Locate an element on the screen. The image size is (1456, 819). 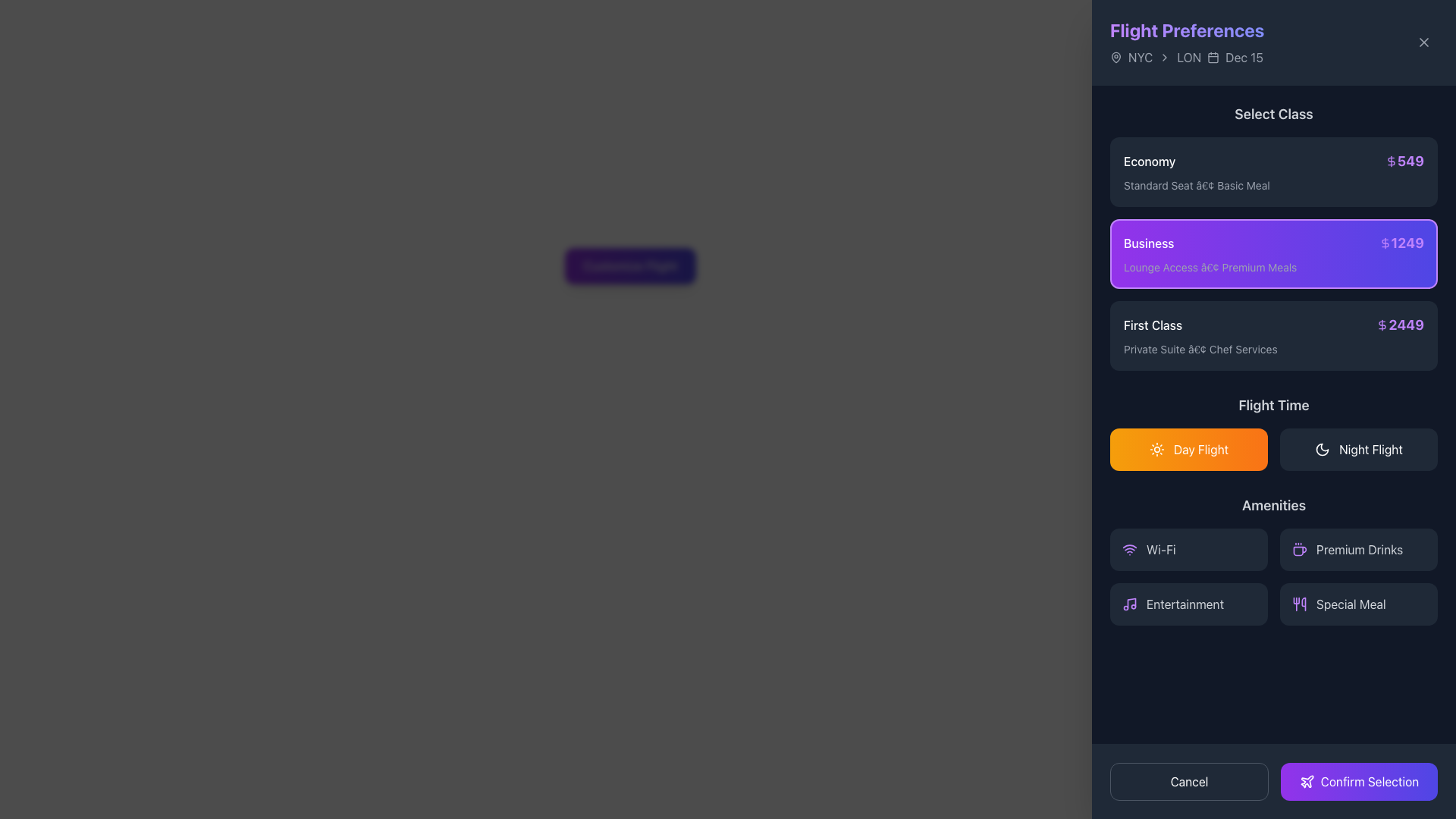
the static text label displaying the date 'Dec 15', which is positioned towards the right within the header section of the interface, adjacent to a calendar icon is located at coordinates (1244, 57).